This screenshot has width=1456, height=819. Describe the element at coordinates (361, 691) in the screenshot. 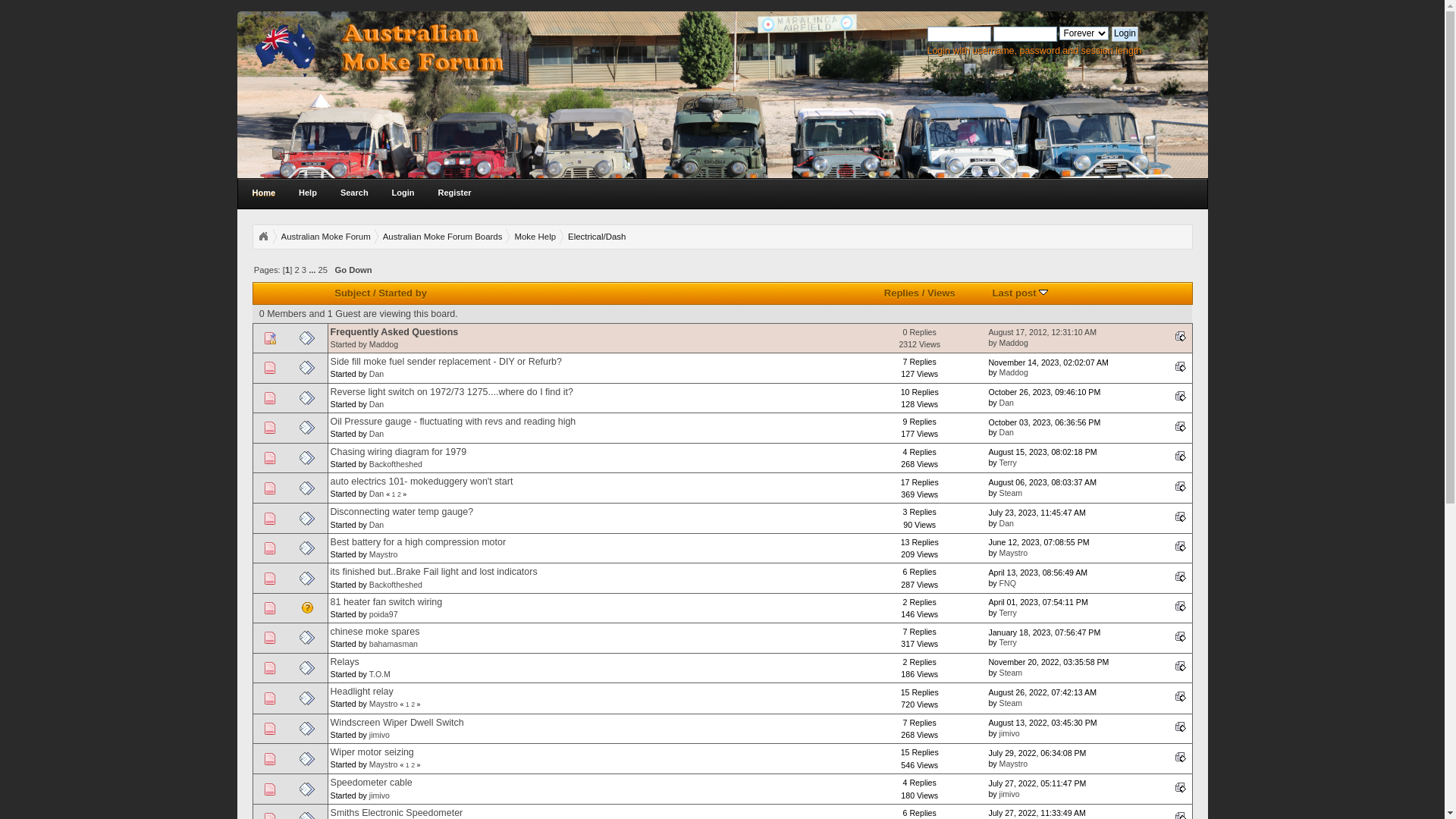

I see `'Headlight relay'` at that location.